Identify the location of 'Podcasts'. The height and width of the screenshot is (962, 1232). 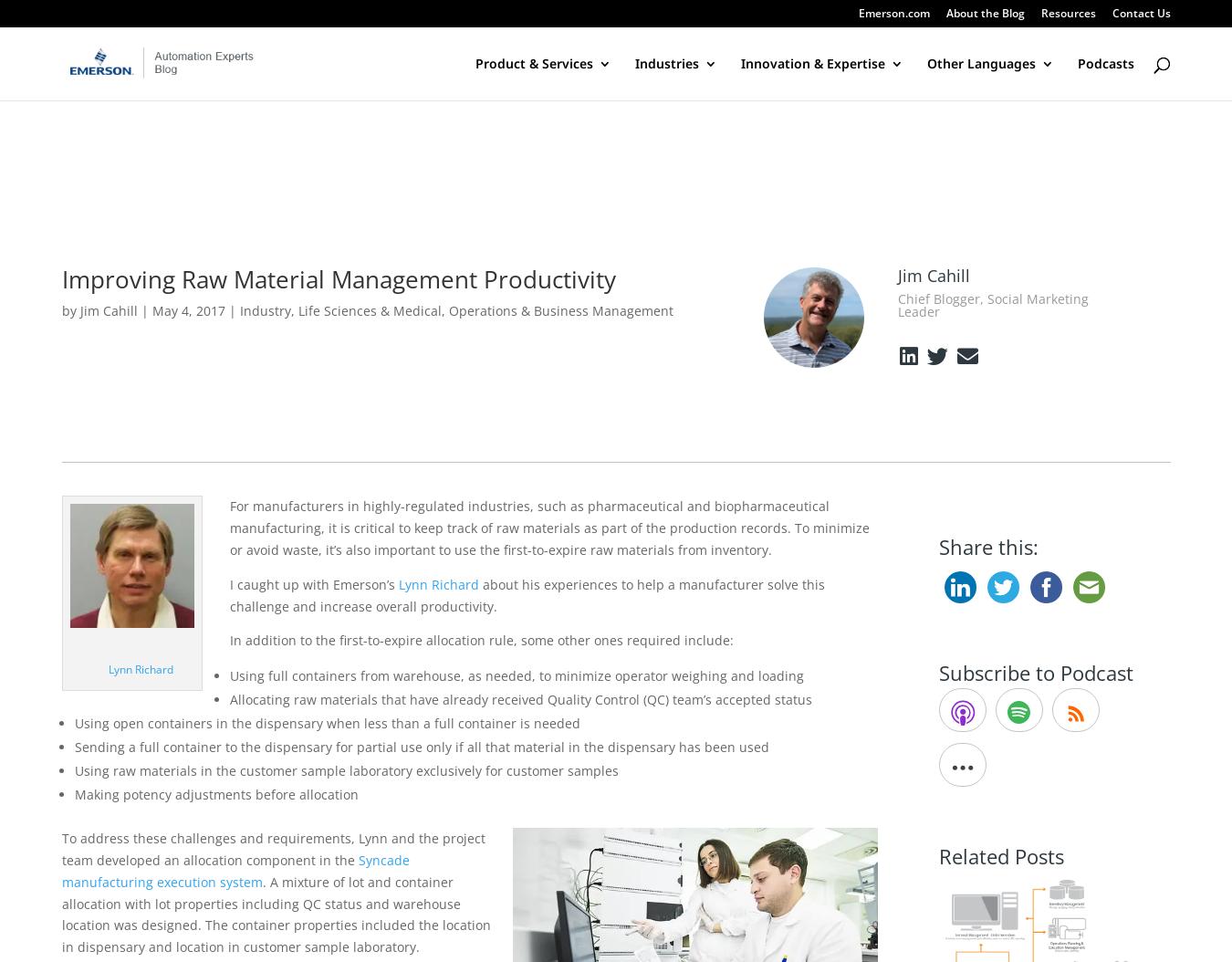
(1076, 62).